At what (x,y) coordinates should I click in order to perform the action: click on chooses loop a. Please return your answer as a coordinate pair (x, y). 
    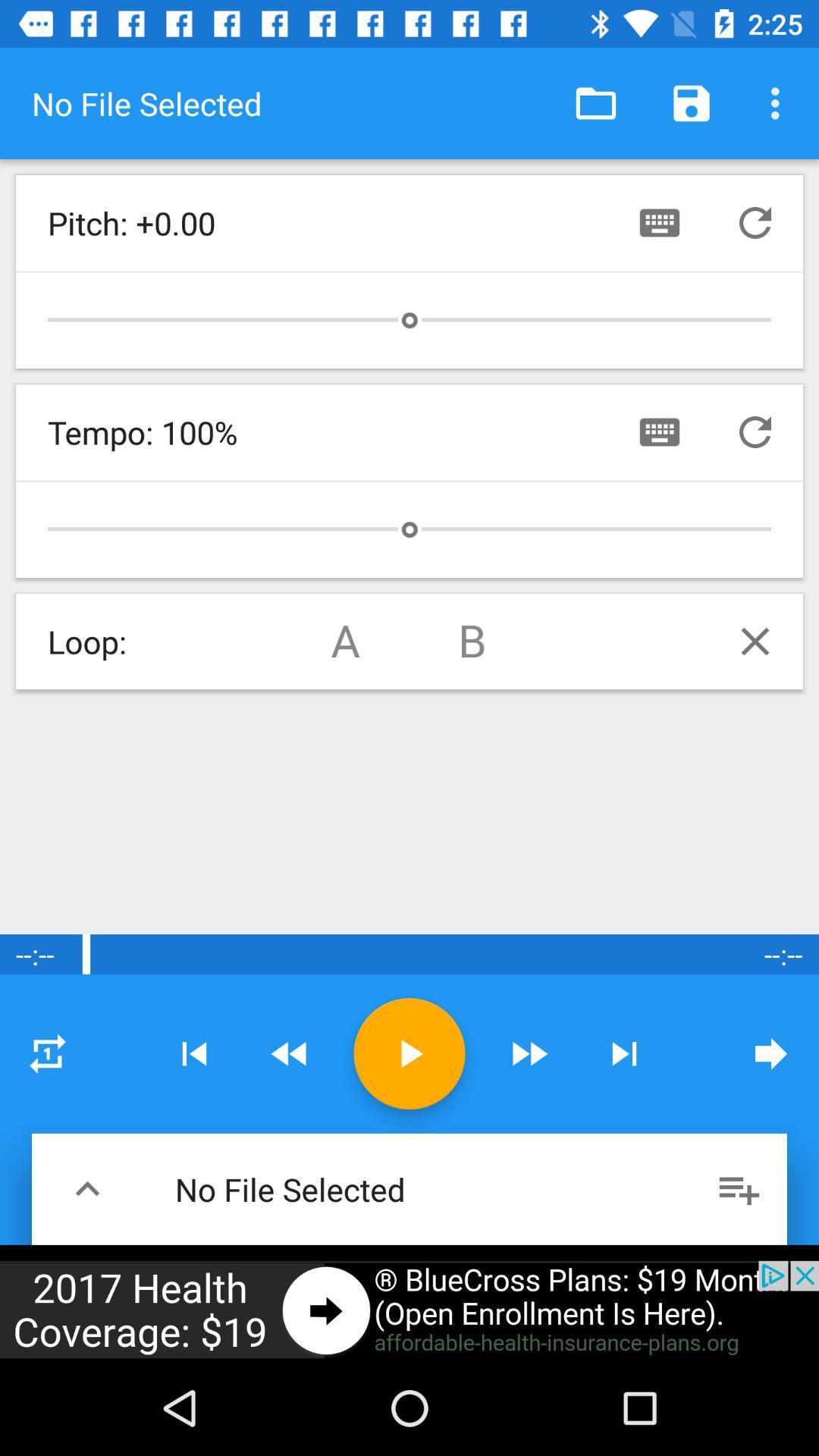
    Looking at the image, I should click on (345, 641).